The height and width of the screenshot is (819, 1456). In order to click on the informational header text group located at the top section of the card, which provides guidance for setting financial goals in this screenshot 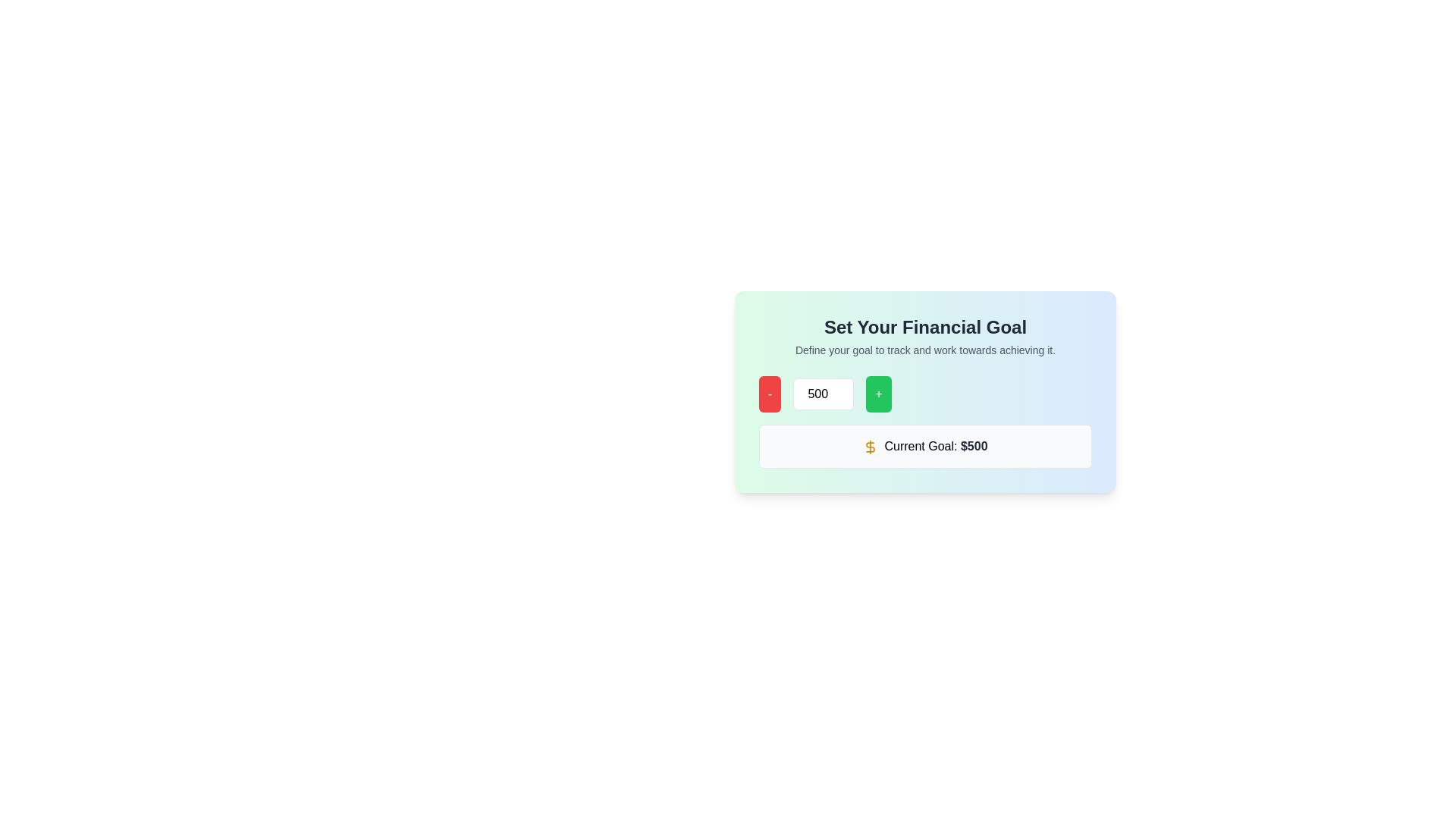, I will do `click(924, 335)`.